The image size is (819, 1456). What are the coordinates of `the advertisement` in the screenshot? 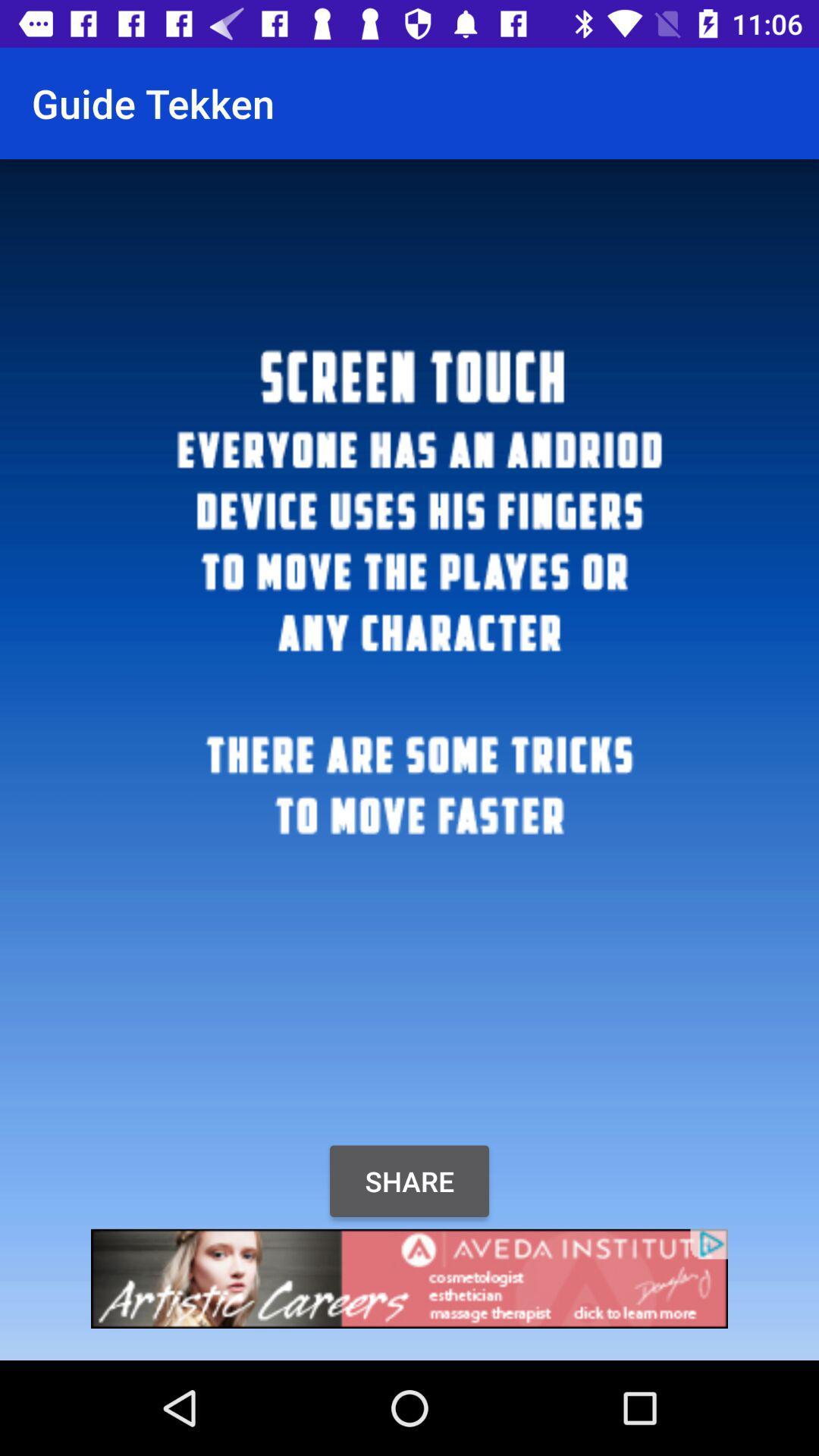 It's located at (409, 1278).